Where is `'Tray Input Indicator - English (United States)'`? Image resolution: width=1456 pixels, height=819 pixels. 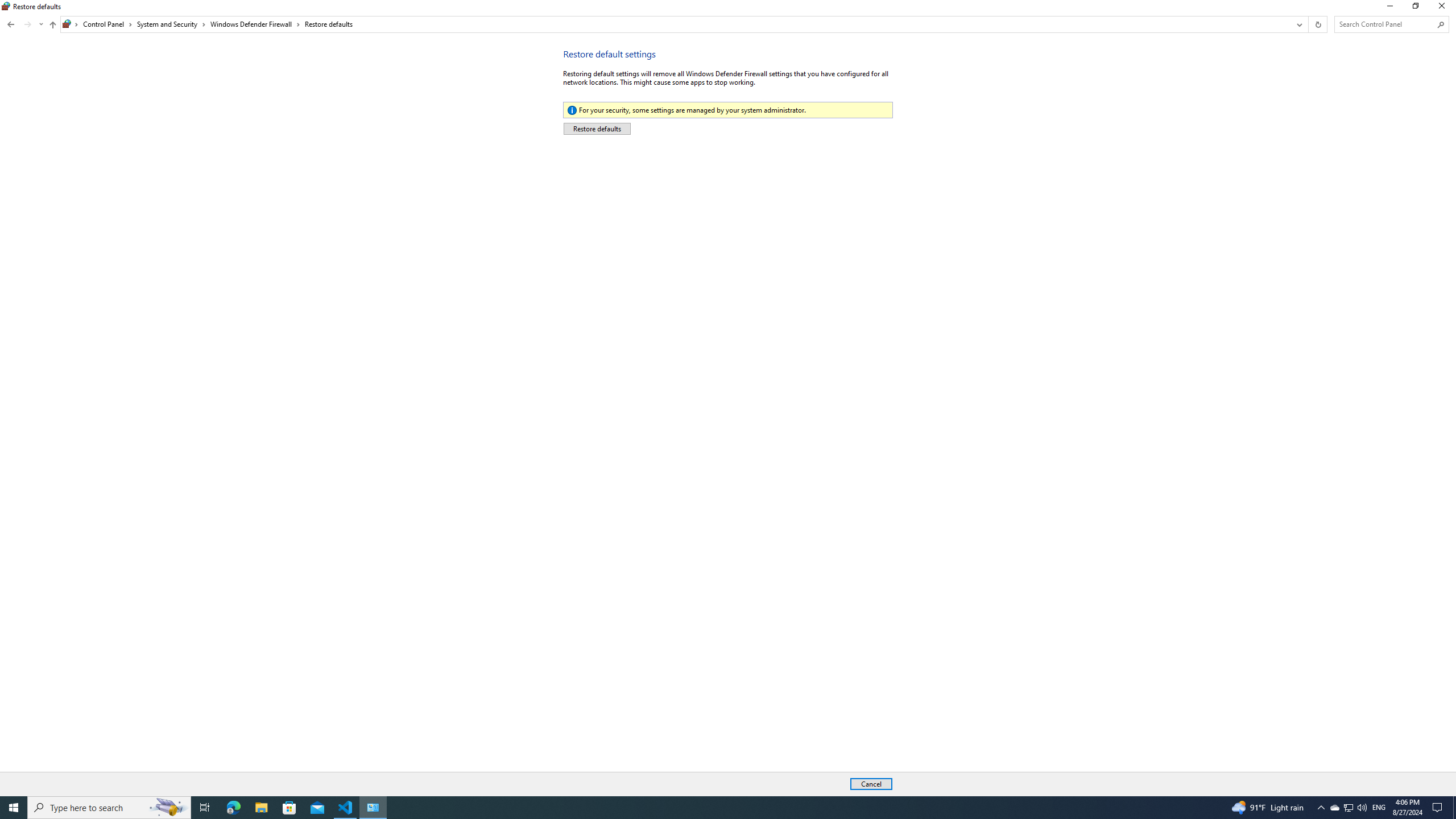
'Tray Input Indicator - English (United States)' is located at coordinates (1379, 806).